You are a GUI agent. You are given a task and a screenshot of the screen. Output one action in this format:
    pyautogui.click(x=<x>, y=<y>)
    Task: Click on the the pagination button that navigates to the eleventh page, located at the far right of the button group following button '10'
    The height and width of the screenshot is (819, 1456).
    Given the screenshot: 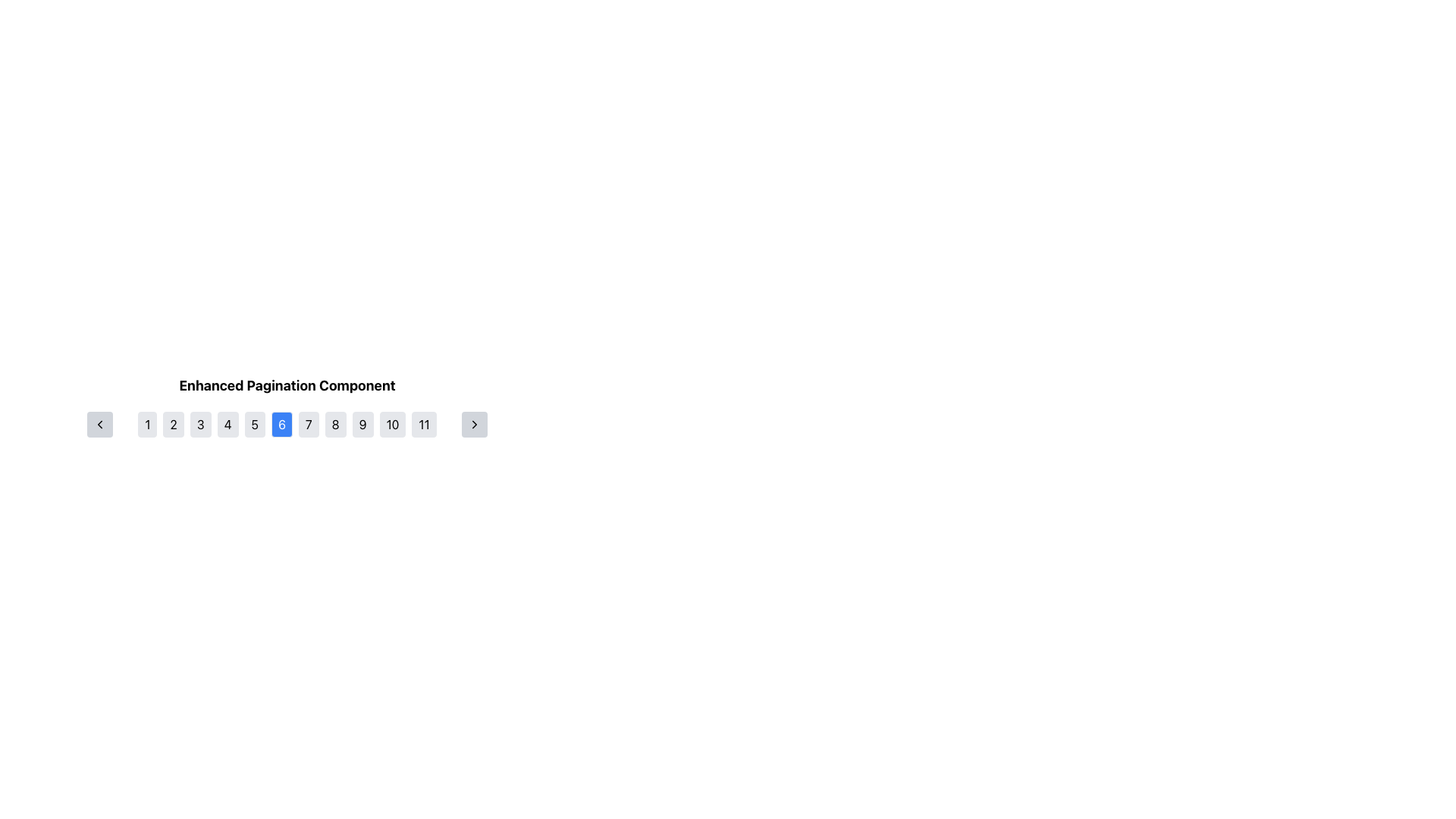 What is the action you would take?
    pyautogui.click(x=424, y=424)
    